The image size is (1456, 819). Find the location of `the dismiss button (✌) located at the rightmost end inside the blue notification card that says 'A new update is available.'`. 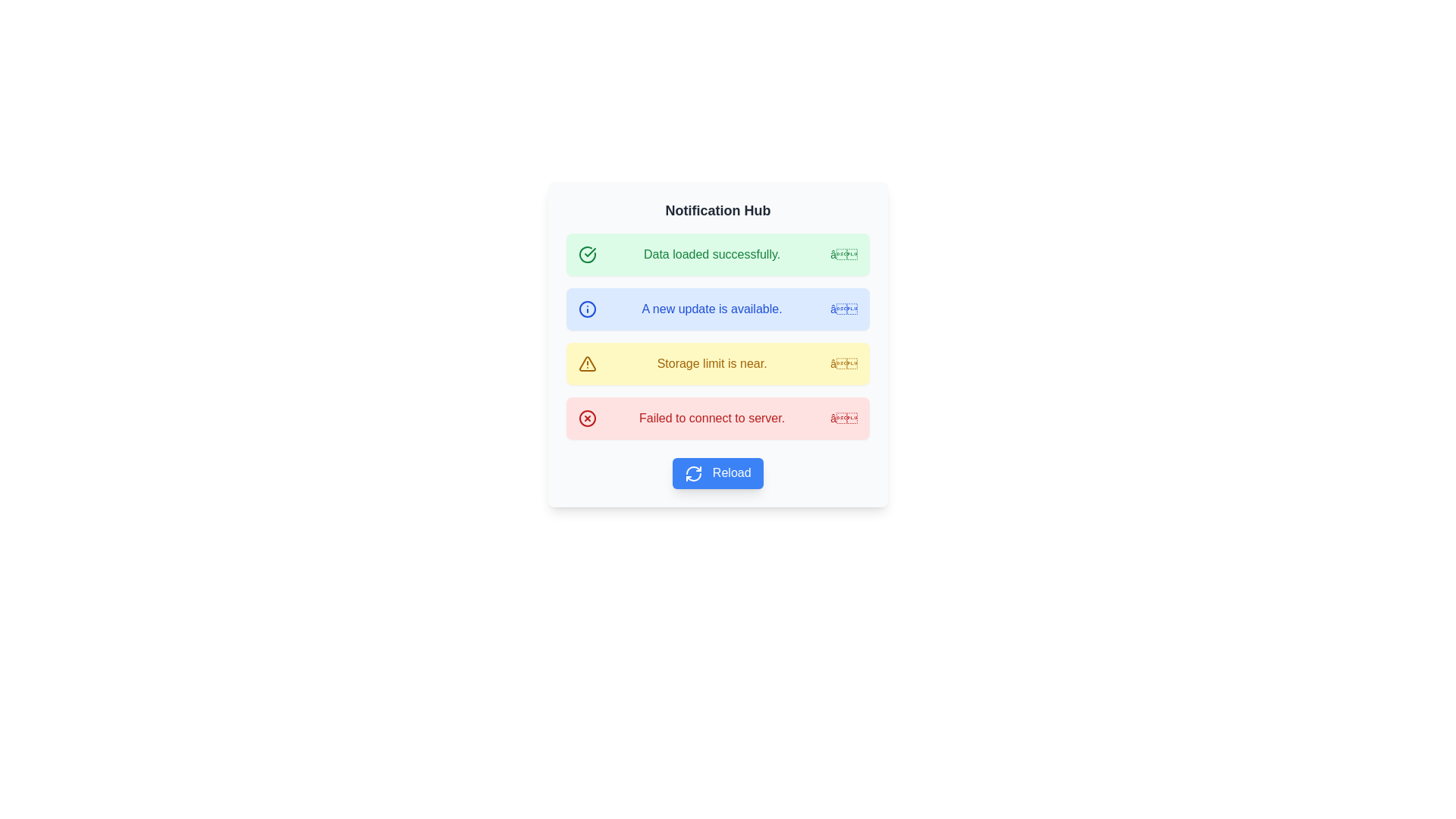

the dismiss button (✌) located at the rightmost end inside the blue notification card that says 'A new update is available.' is located at coordinates (843, 309).